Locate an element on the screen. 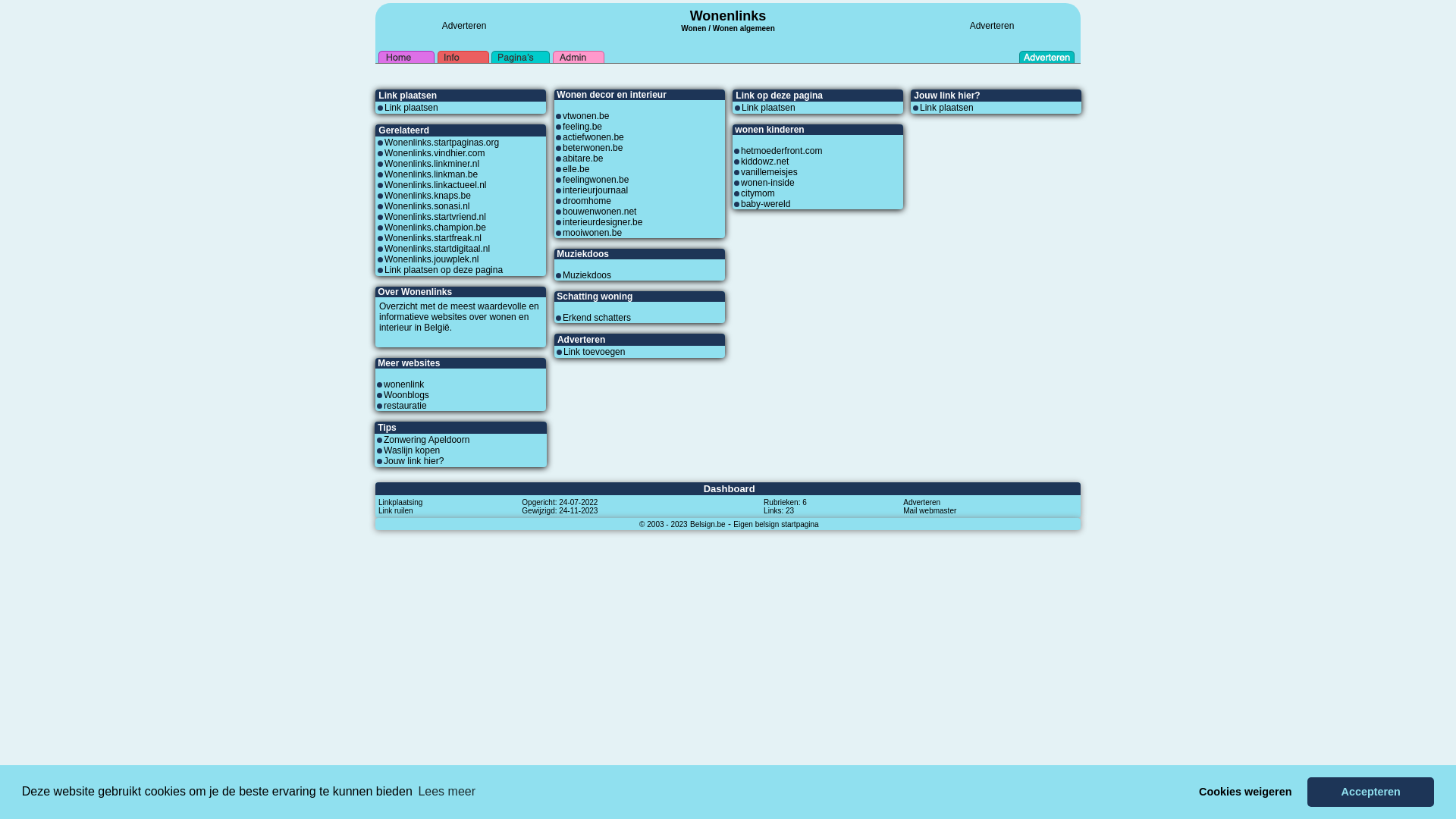 The image size is (1456, 819). 'beterwonen.be' is located at coordinates (562, 148).